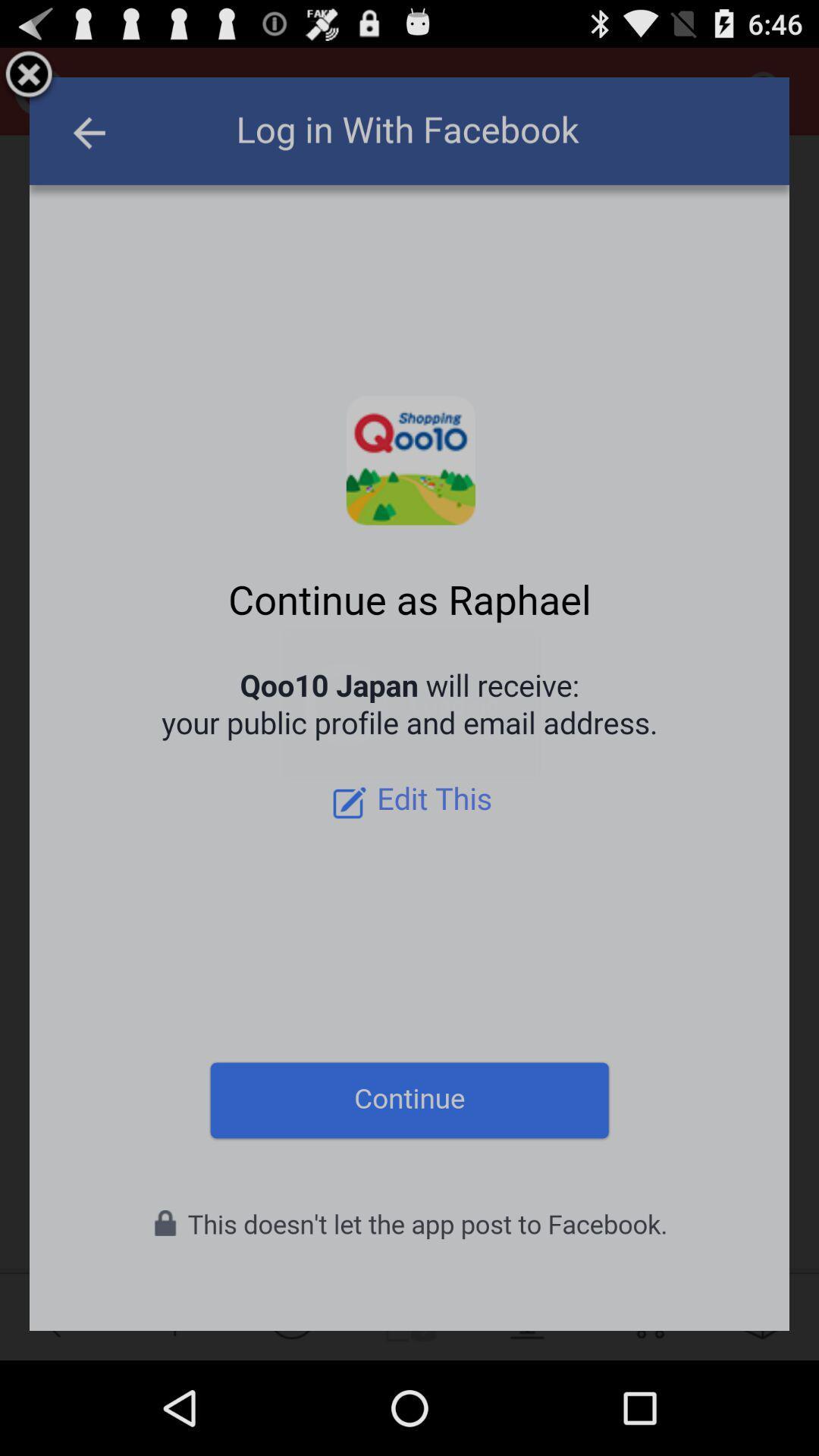  What do you see at coordinates (29, 76) in the screenshot?
I see `window` at bounding box center [29, 76].